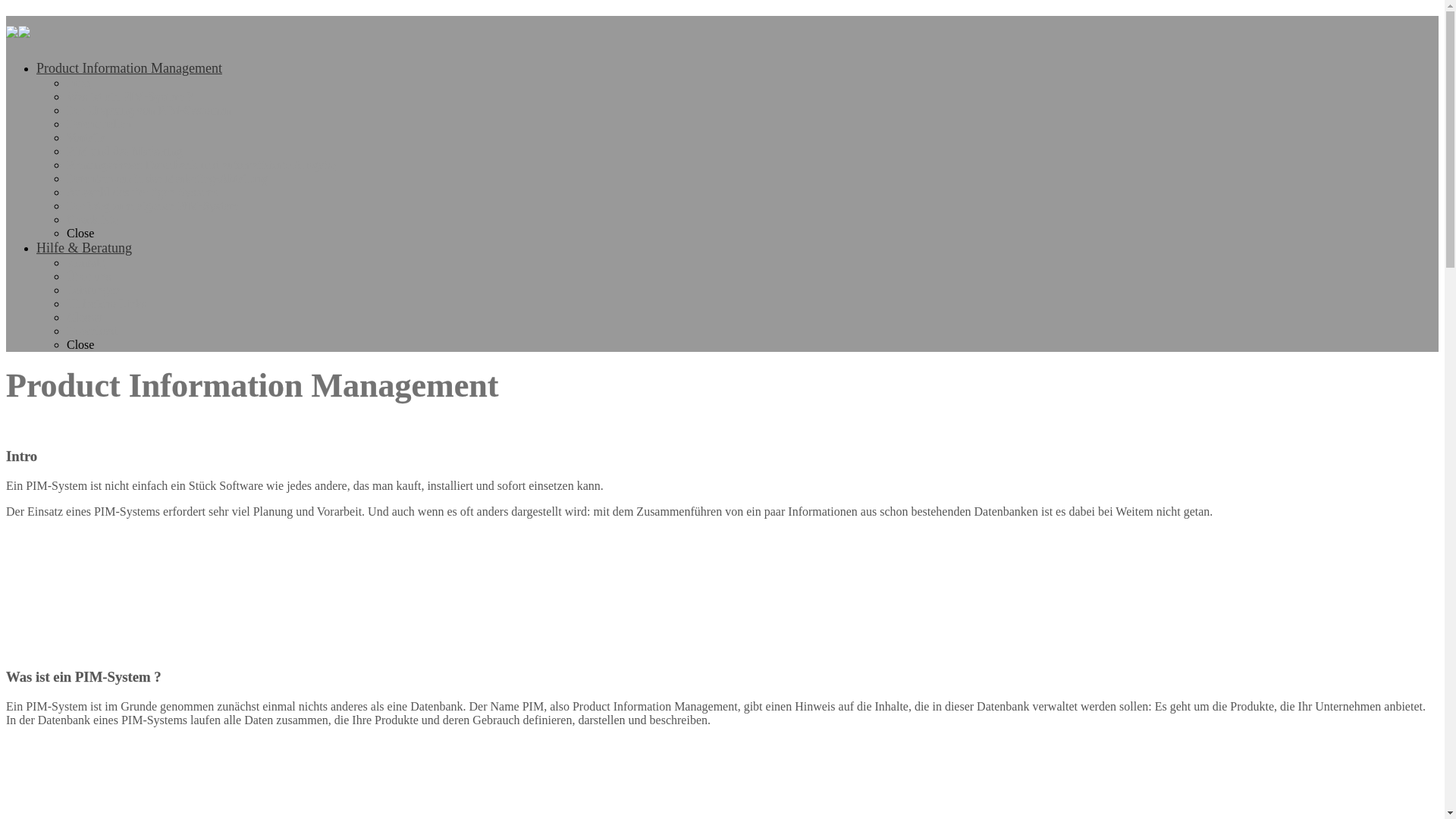 The image size is (1456, 819). Describe the element at coordinates (124, 151) in the screenshot. I see `'PIM und das Marketing'` at that location.